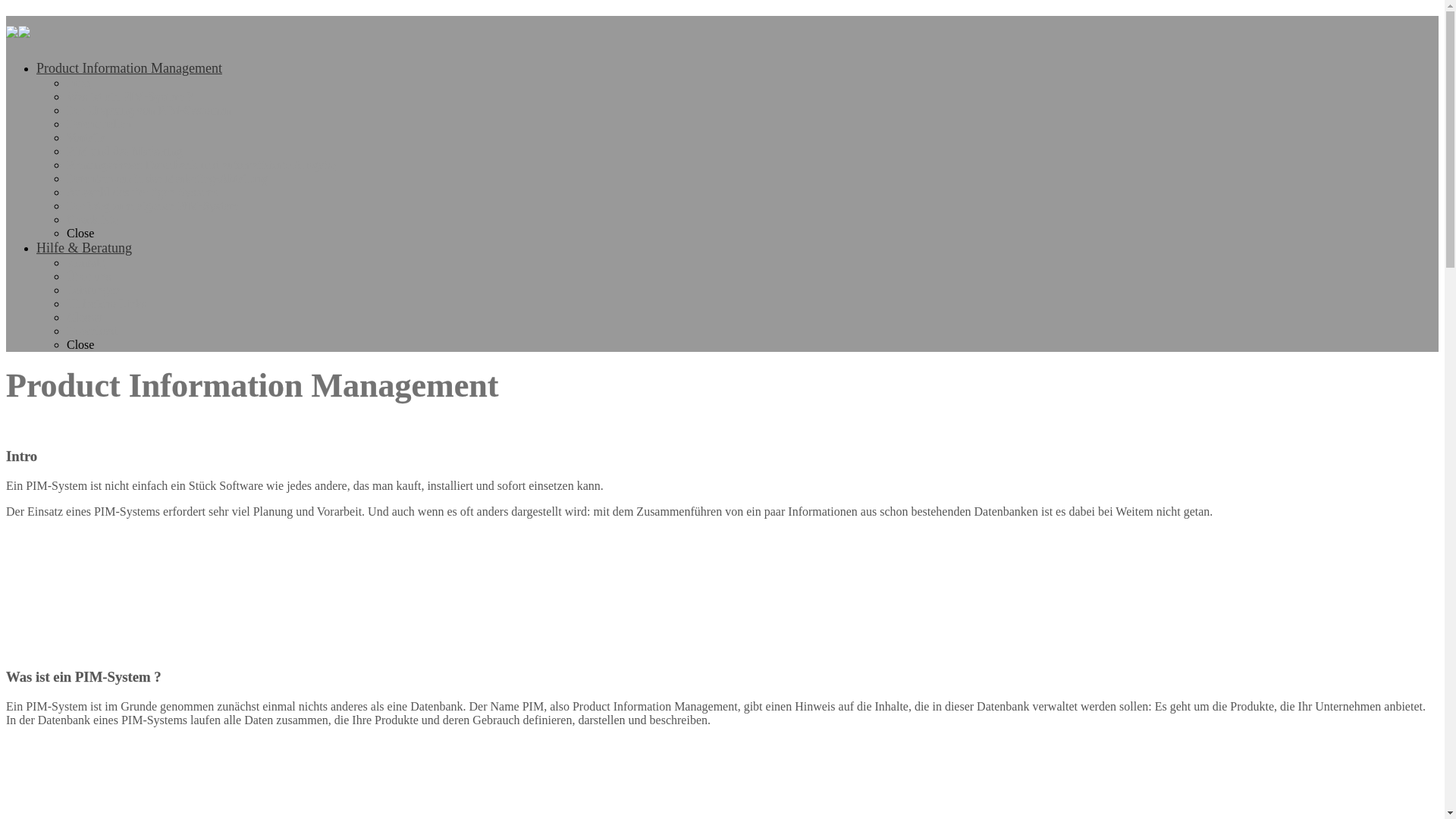 The image size is (1456, 819). Describe the element at coordinates (124, 151) in the screenshot. I see `'PIM und das Marketing'` at that location.